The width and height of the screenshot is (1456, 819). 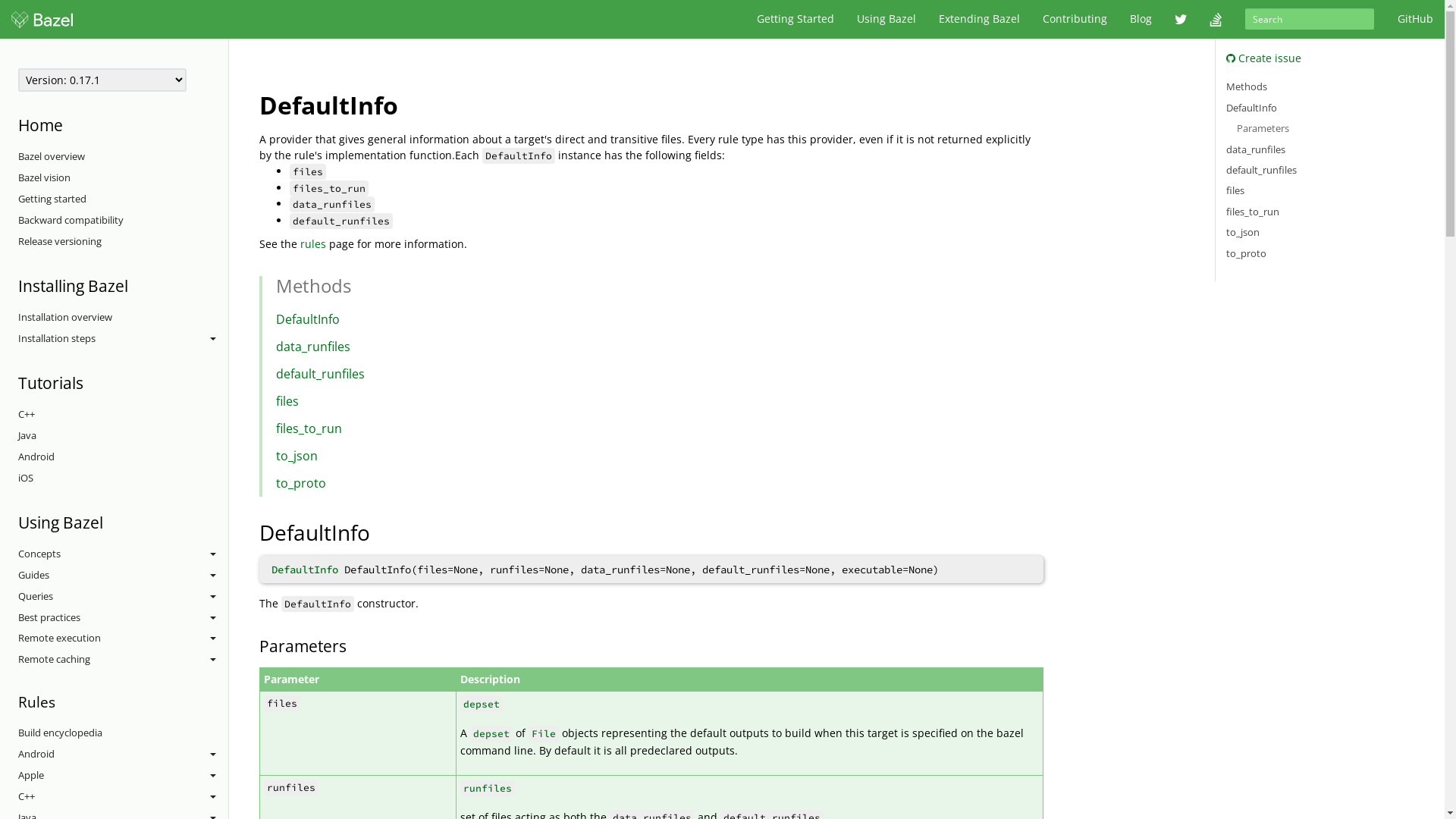 What do you see at coordinates (276, 482) in the screenshot?
I see `'to_proto'` at bounding box center [276, 482].